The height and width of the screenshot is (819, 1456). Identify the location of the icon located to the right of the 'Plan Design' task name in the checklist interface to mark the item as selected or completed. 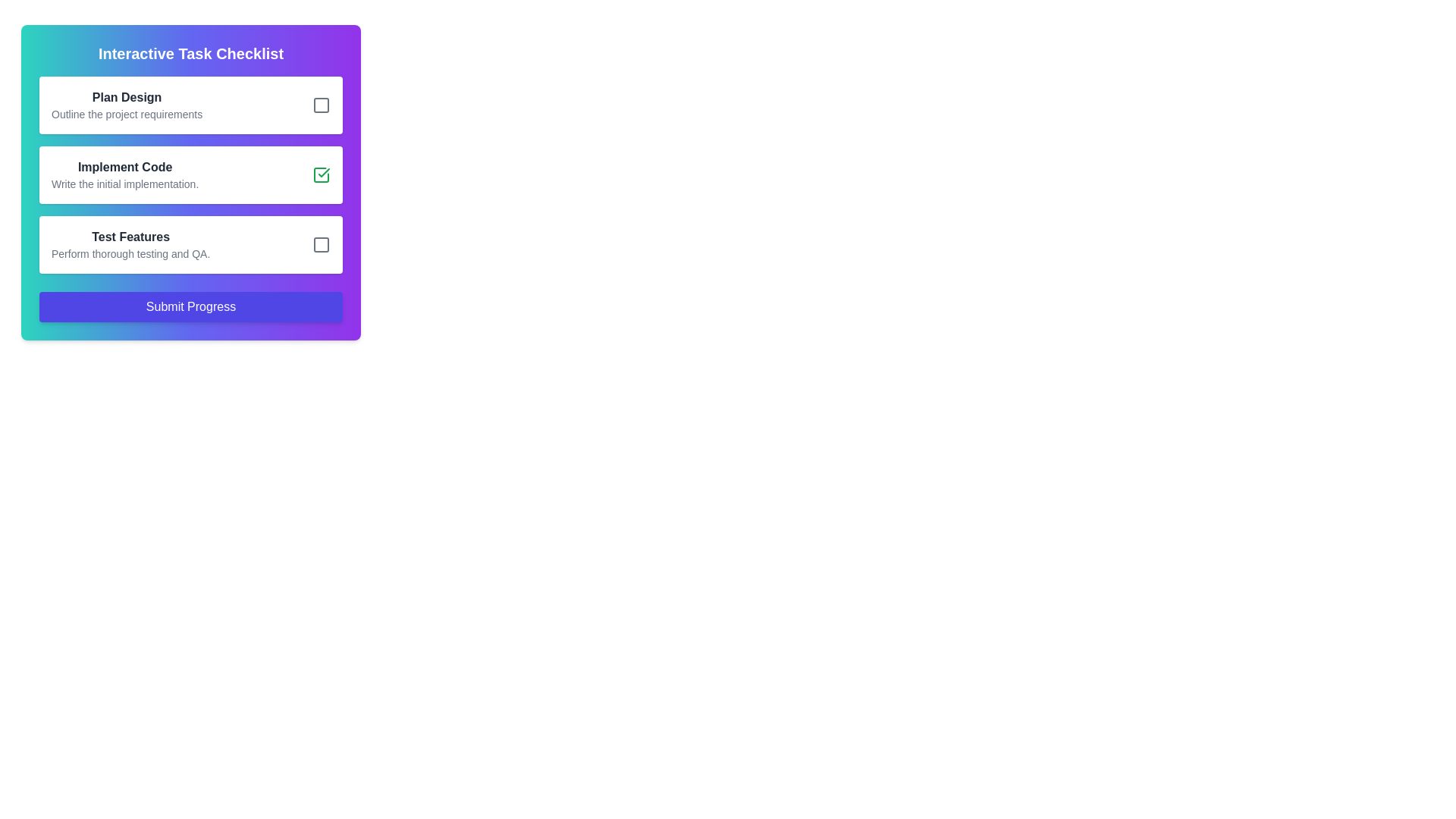
(320, 104).